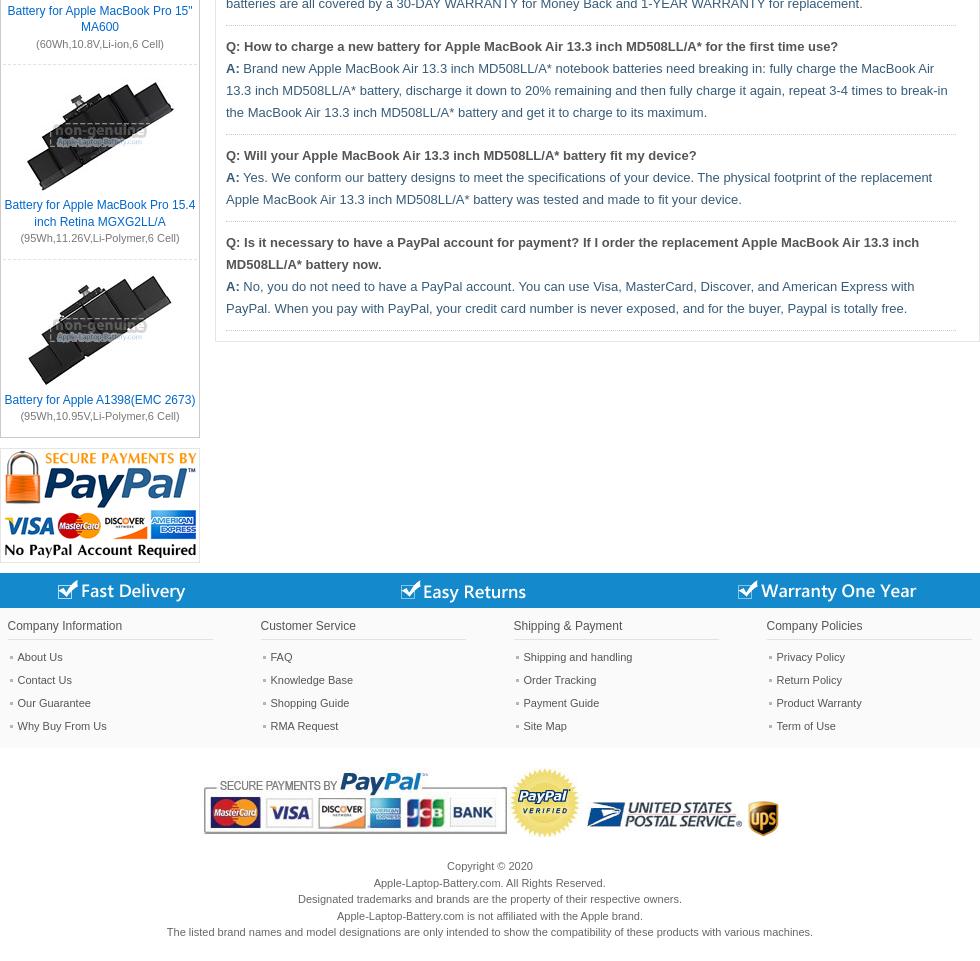 This screenshot has height=961, width=980. I want to click on 'Shipping and handling', so click(523, 656).